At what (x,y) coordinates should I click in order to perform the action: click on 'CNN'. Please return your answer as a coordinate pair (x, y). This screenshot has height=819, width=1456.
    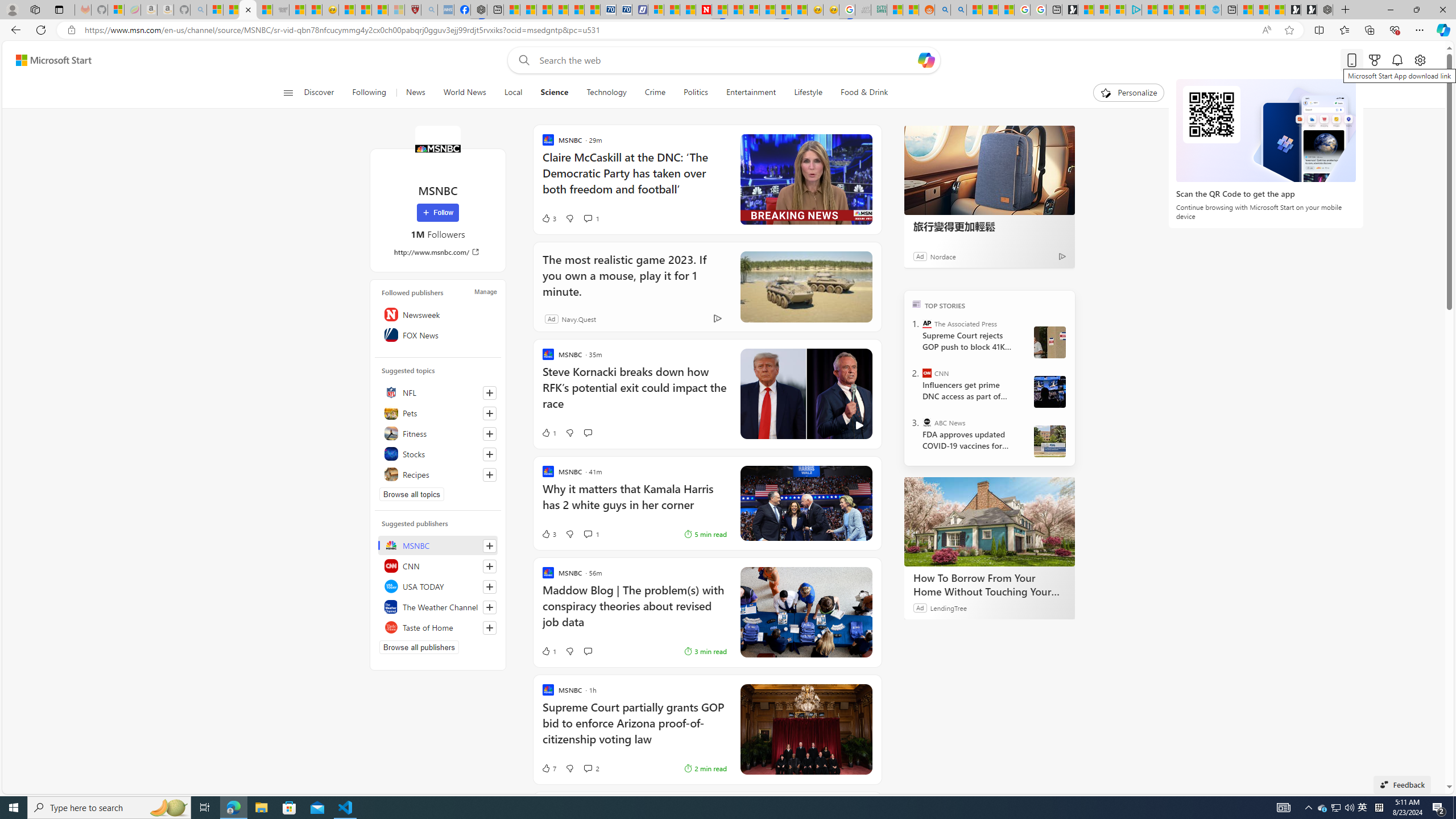
    Looking at the image, I should click on (927, 372).